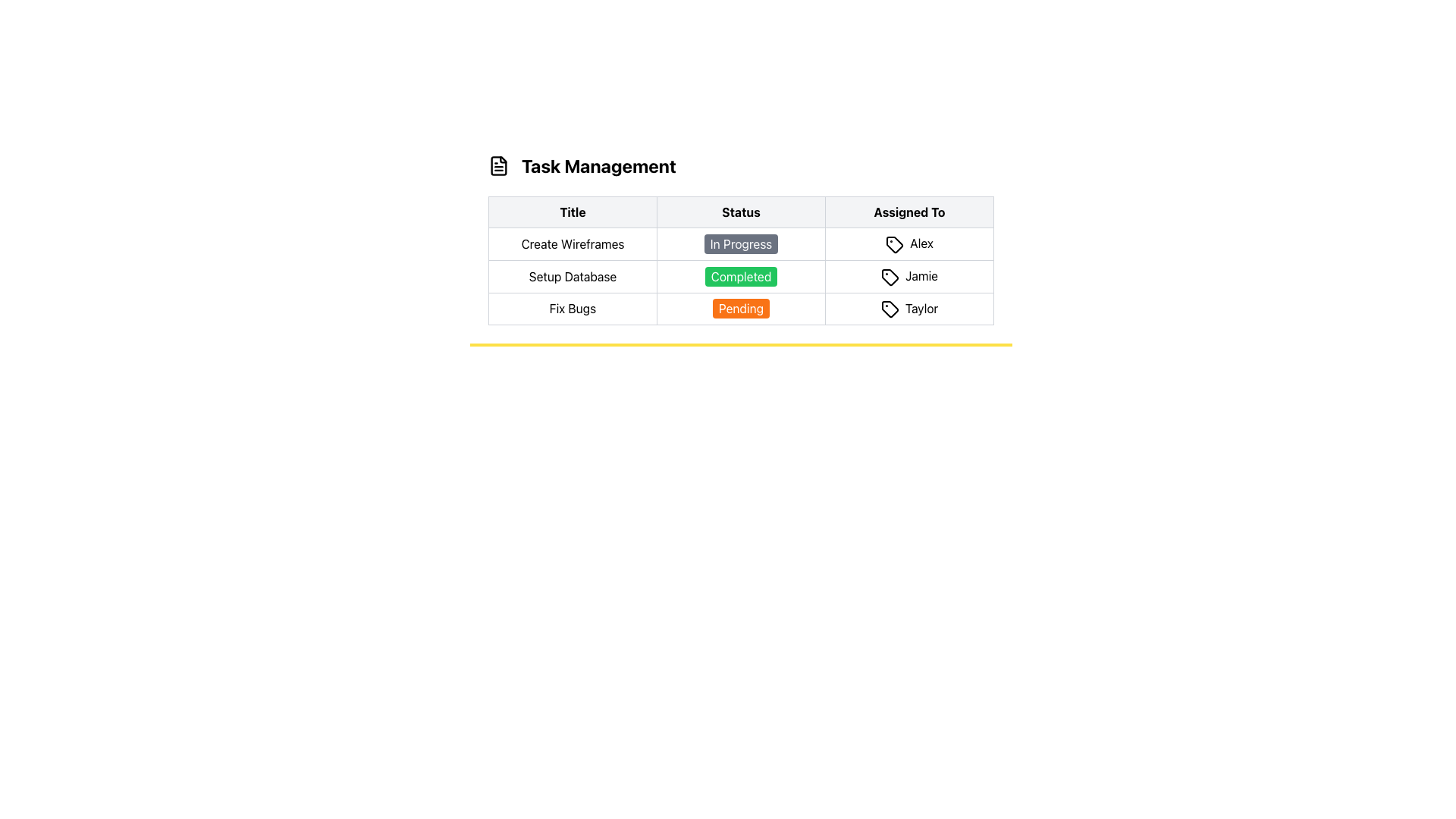 The height and width of the screenshot is (819, 1456). I want to click on text displayed in the 'Title' column for the task 'Setup Database', which is the first element in its row, so click(572, 276).